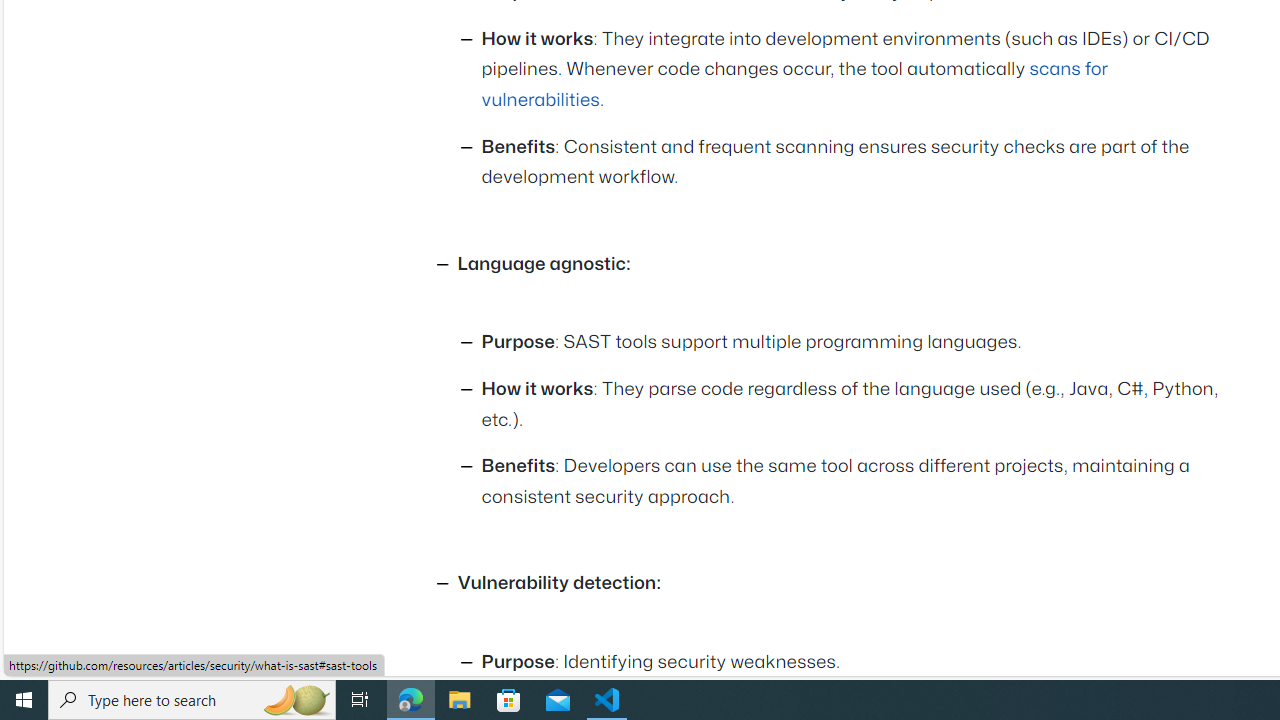  What do you see at coordinates (855, 342) in the screenshot?
I see `'Purpose: SAST tools support multiple programming languages.'` at bounding box center [855, 342].